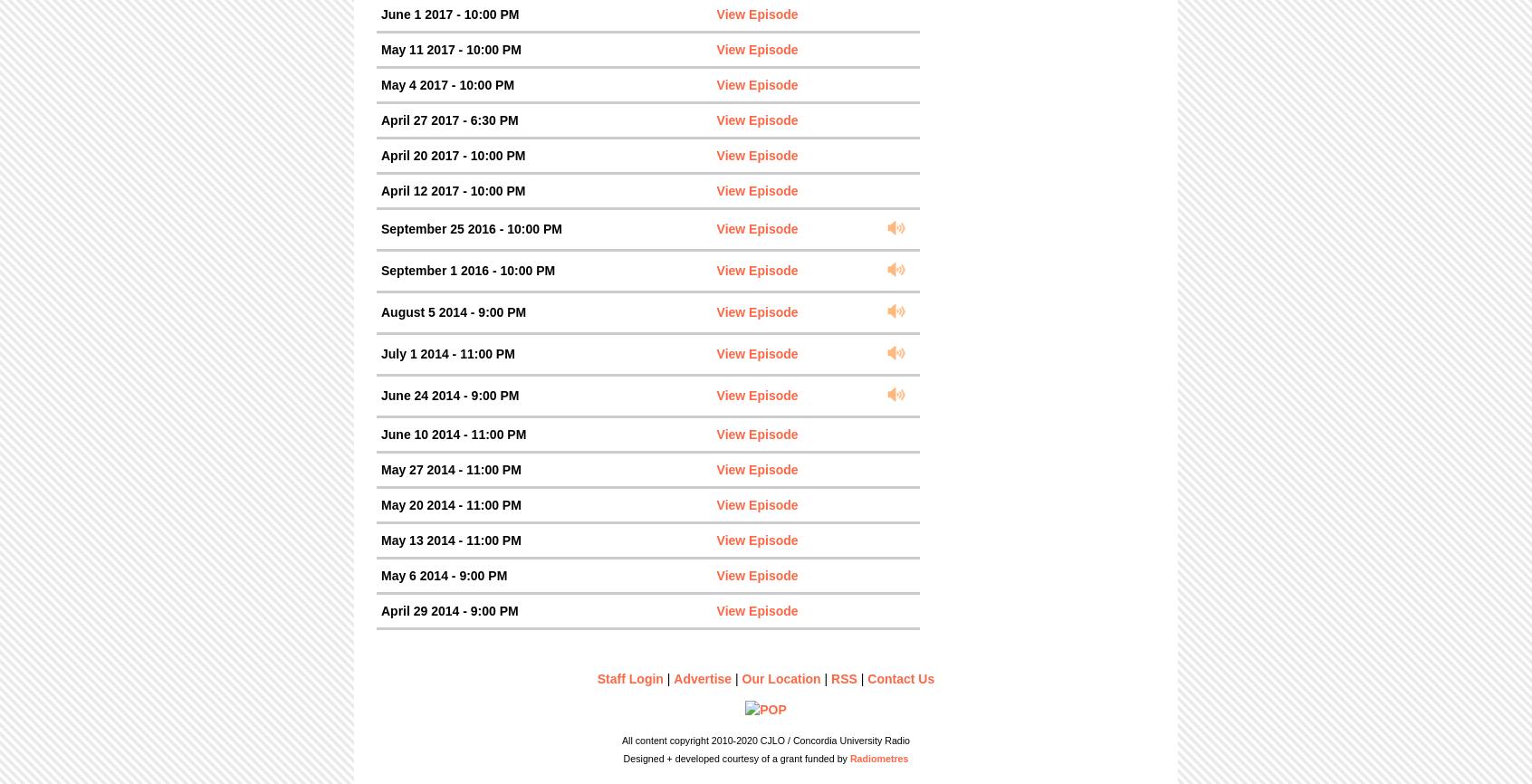 The width and height of the screenshot is (1532, 784). I want to click on 'All content copyright 2010-2020 CJLO / Concordia University Radio', so click(765, 738).